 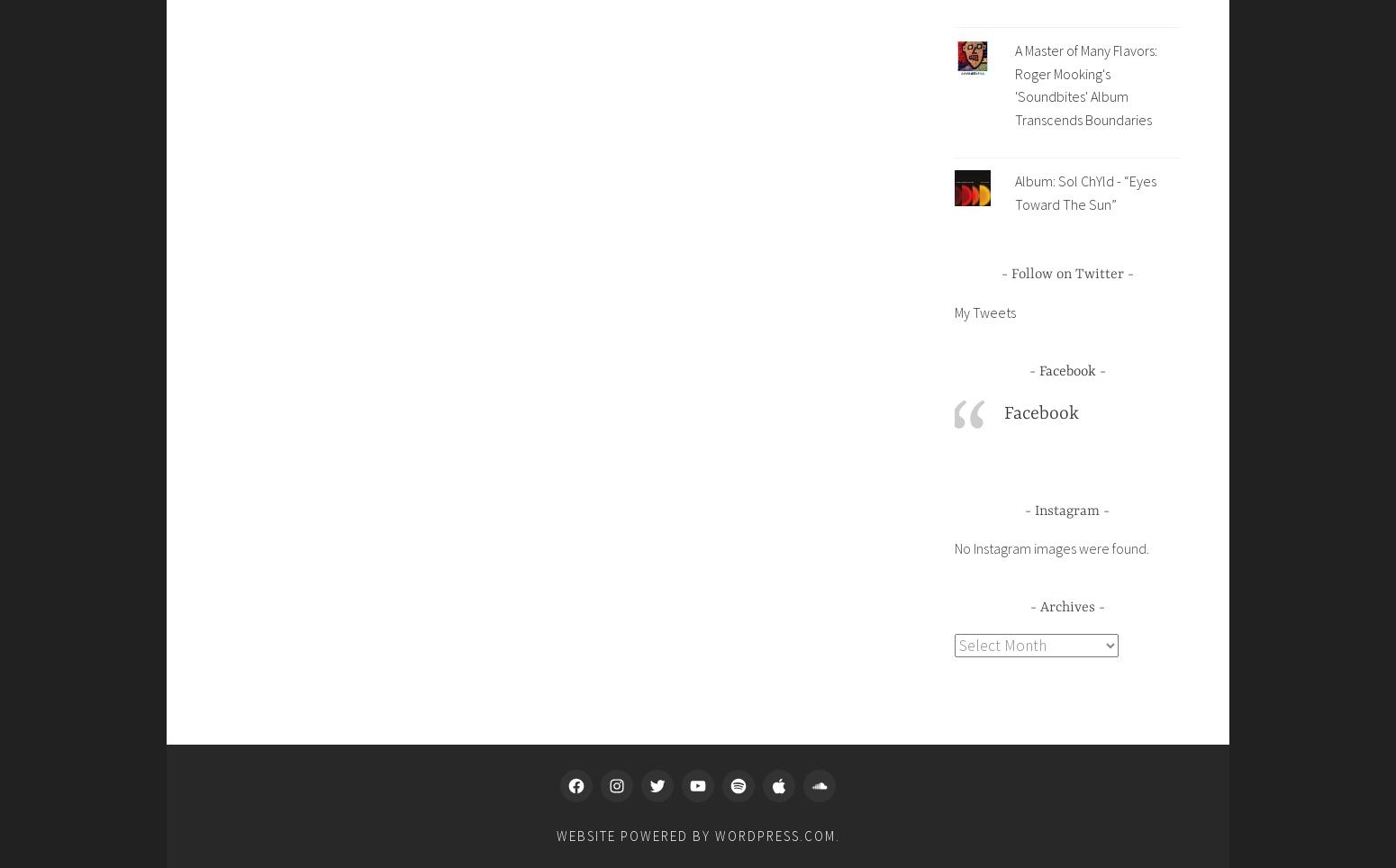 What do you see at coordinates (835, 836) in the screenshot?
I see `'.'` at bounding box center [835, 836].